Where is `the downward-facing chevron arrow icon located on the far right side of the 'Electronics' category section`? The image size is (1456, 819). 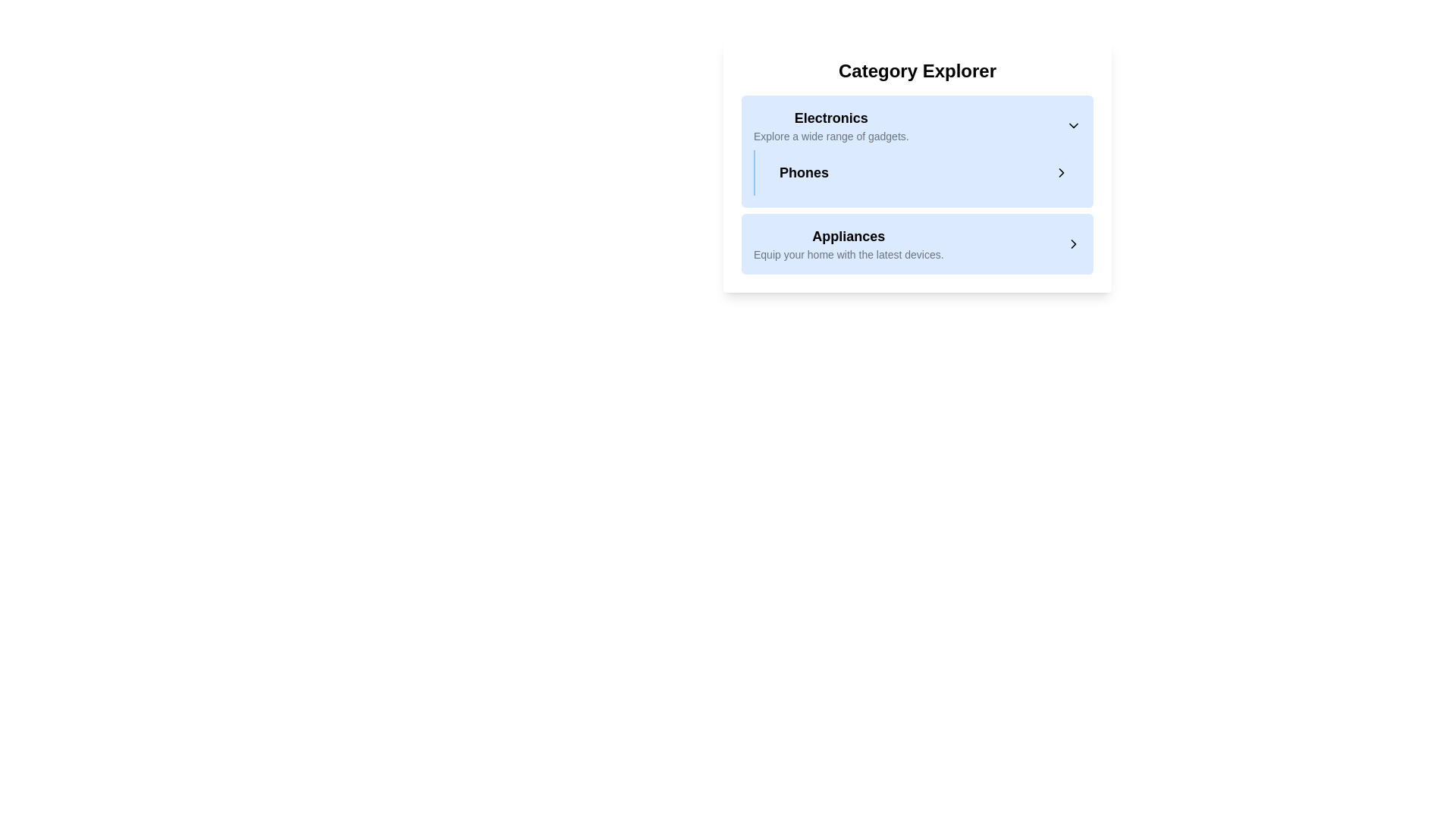 the downward-facing chevron arrow icon located on the far right side of the 'Electronics' category section is located at coordinates (1073, 124).